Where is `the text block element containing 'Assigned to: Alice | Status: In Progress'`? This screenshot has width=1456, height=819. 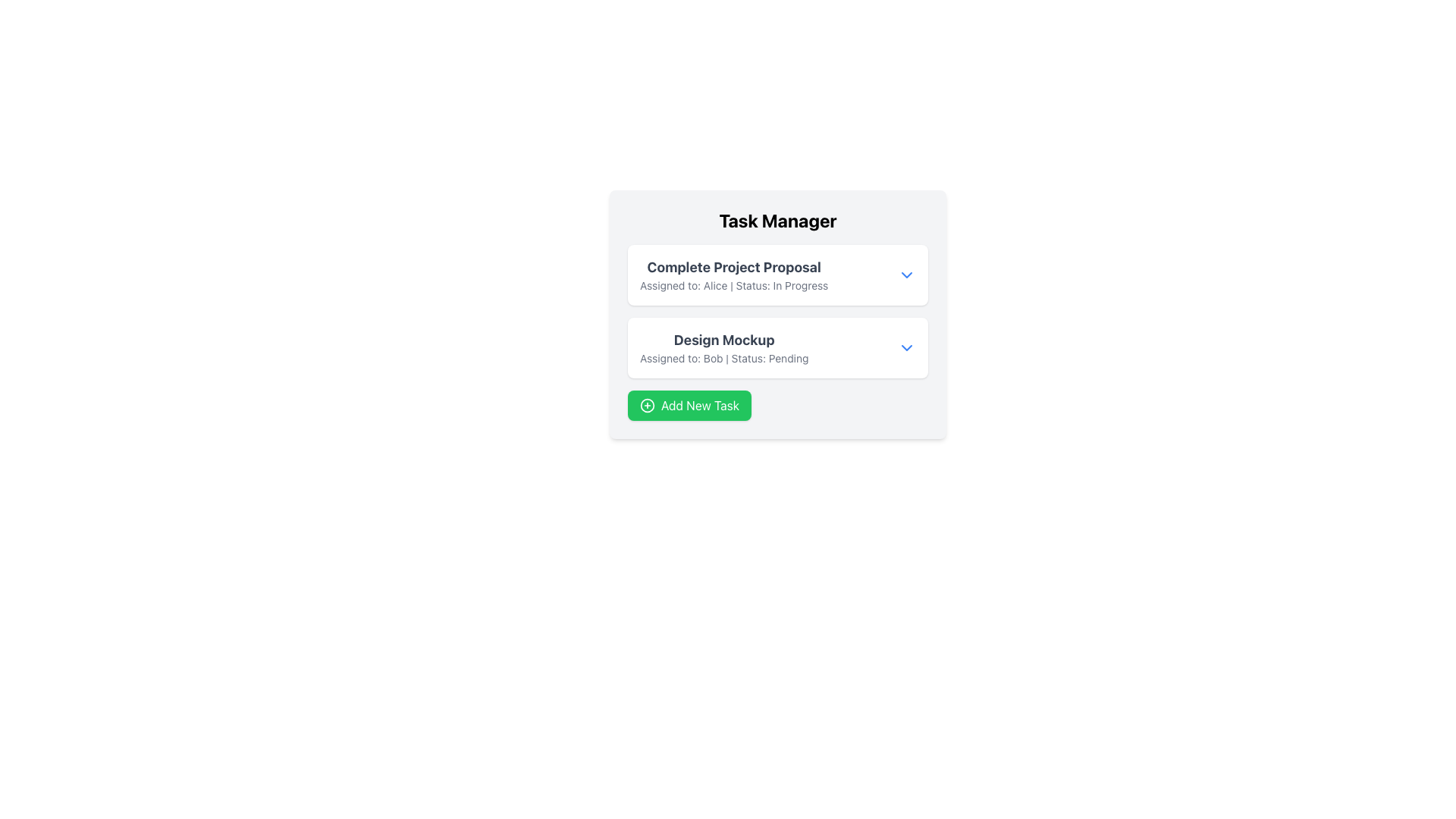
the text block element containing 'Assigned to: Alice | Status: In Progress' is located at coordinates (734, 286).